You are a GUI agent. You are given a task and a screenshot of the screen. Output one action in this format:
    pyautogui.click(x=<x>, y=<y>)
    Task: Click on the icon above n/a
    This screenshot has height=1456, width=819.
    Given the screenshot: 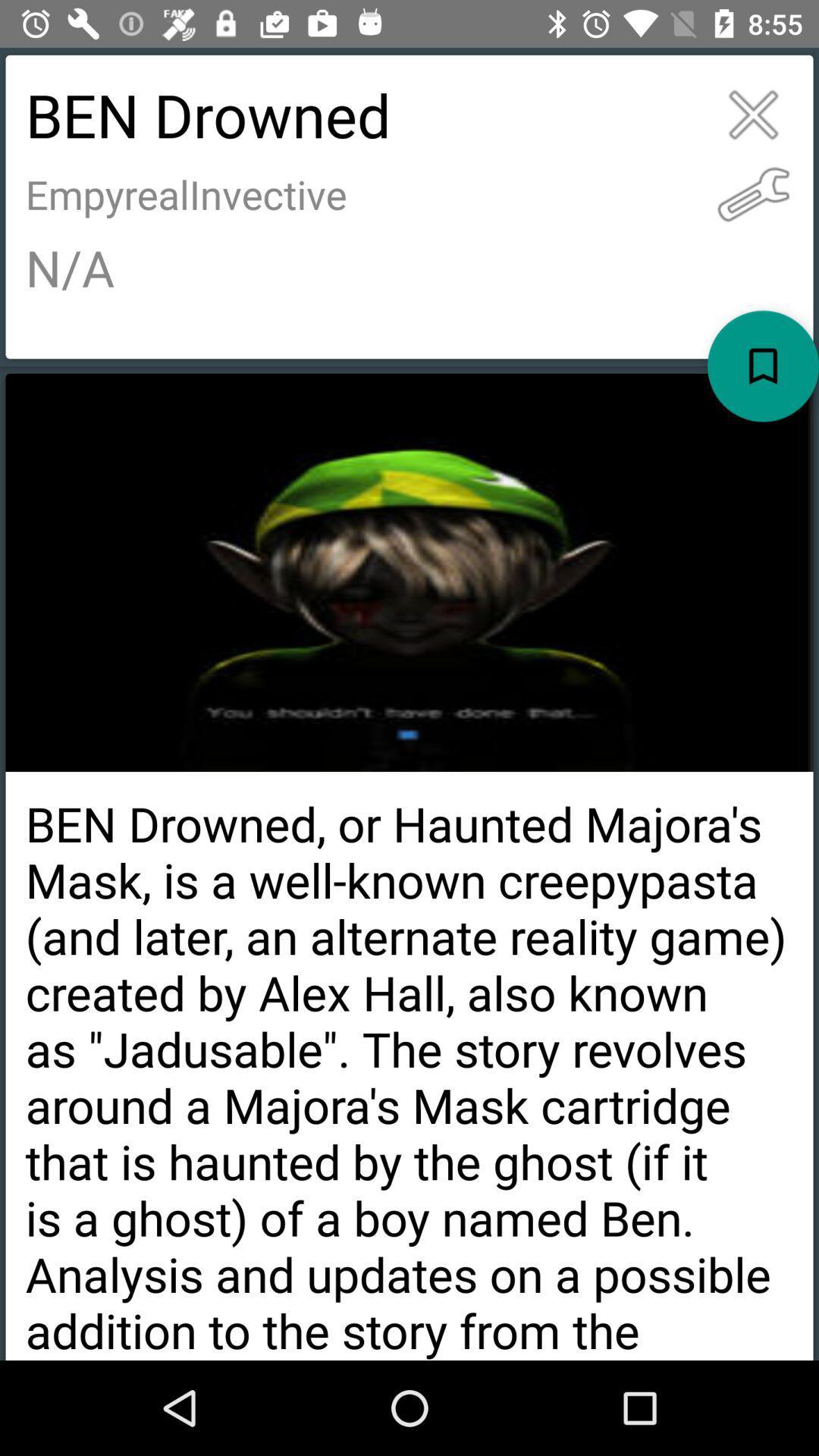 What is the action you would take?
    pyautogui.click(x=753, y=193)
    